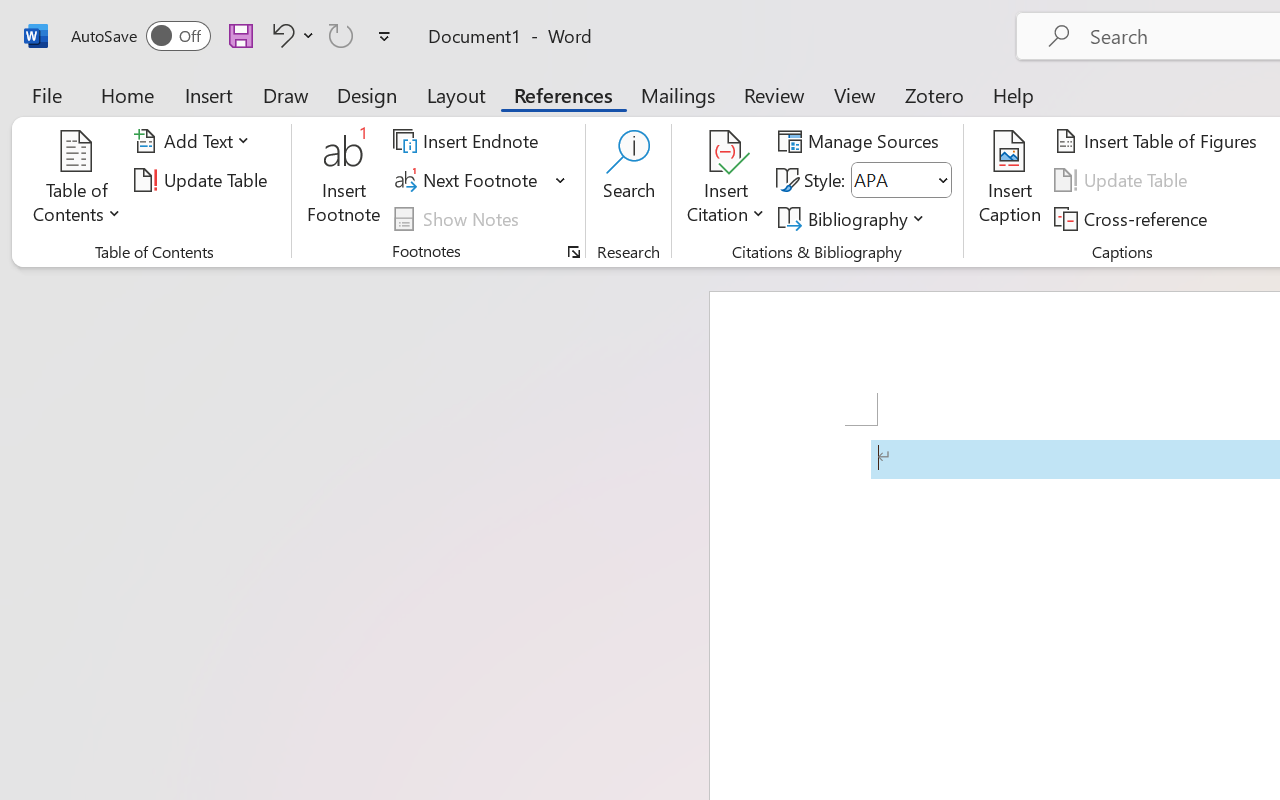  Describe the element at coordinates (1124, 179) in the screenshot. I see `'Update Table'` at that location.